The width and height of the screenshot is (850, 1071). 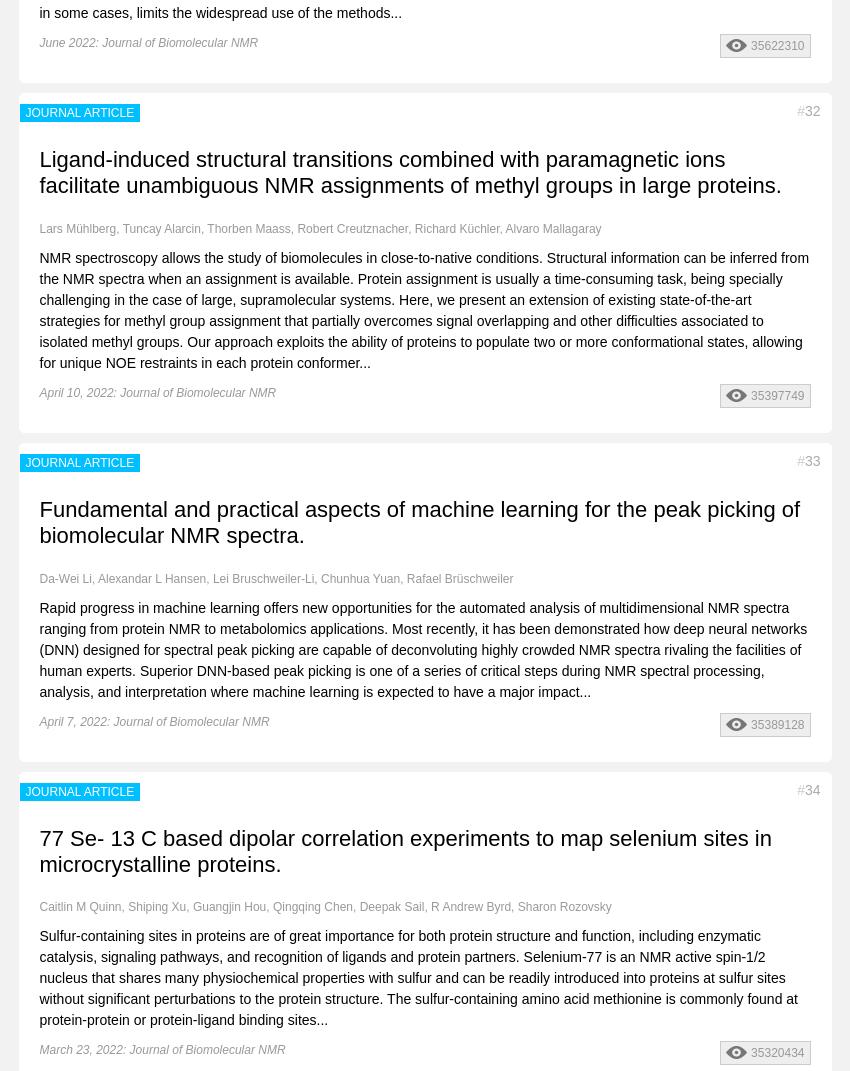 What do you see at coordinates (162, 1050) in the screenshot?
I see `'March 23, 2022: Journal of Biomolecular NMR'` at bounding box center [162, 1050].